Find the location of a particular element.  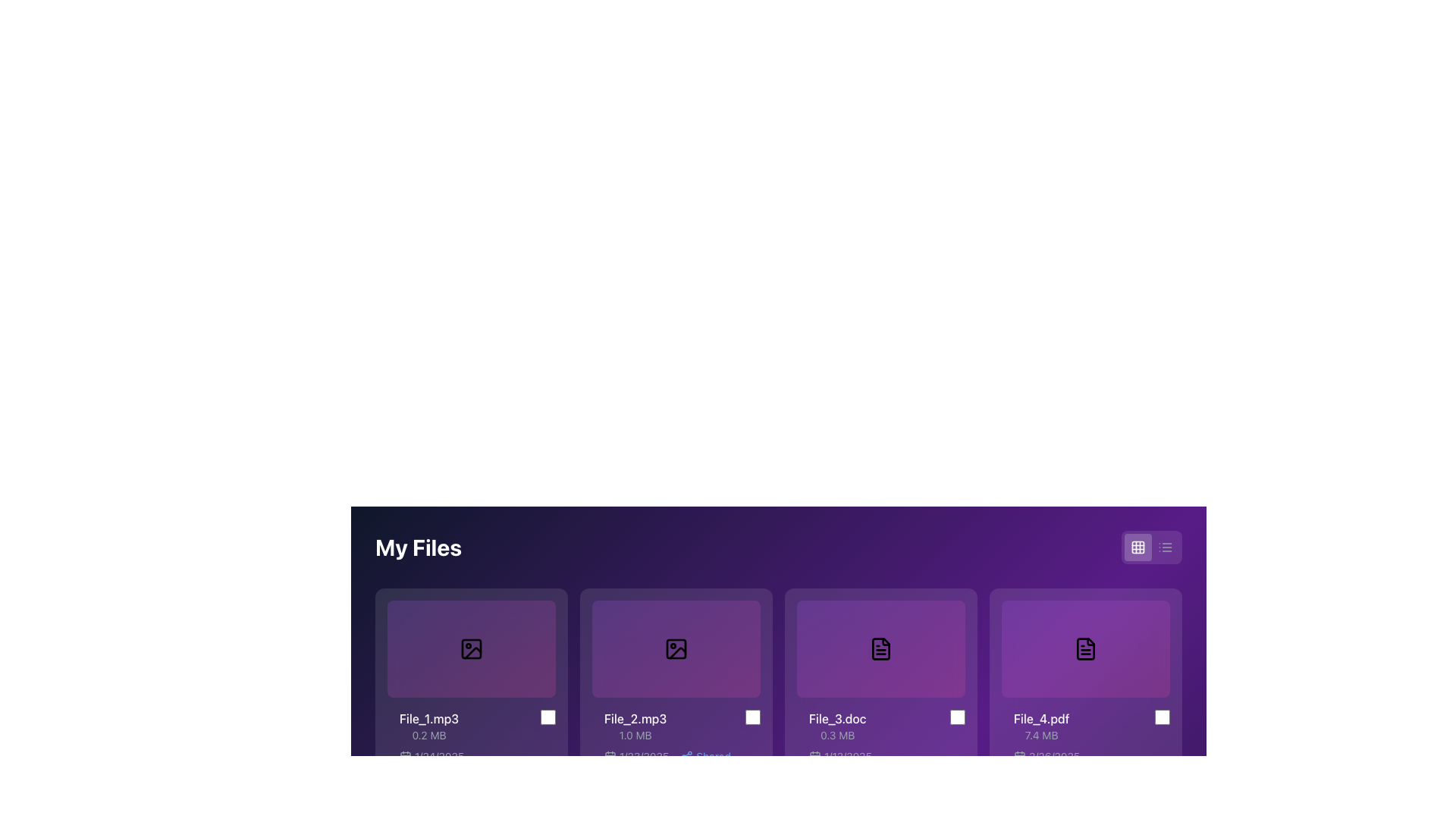

text displayed in the first visible file entry label located in the upper-left section of the grid layout, directly below the preview image is located at coordinates (428, 725).